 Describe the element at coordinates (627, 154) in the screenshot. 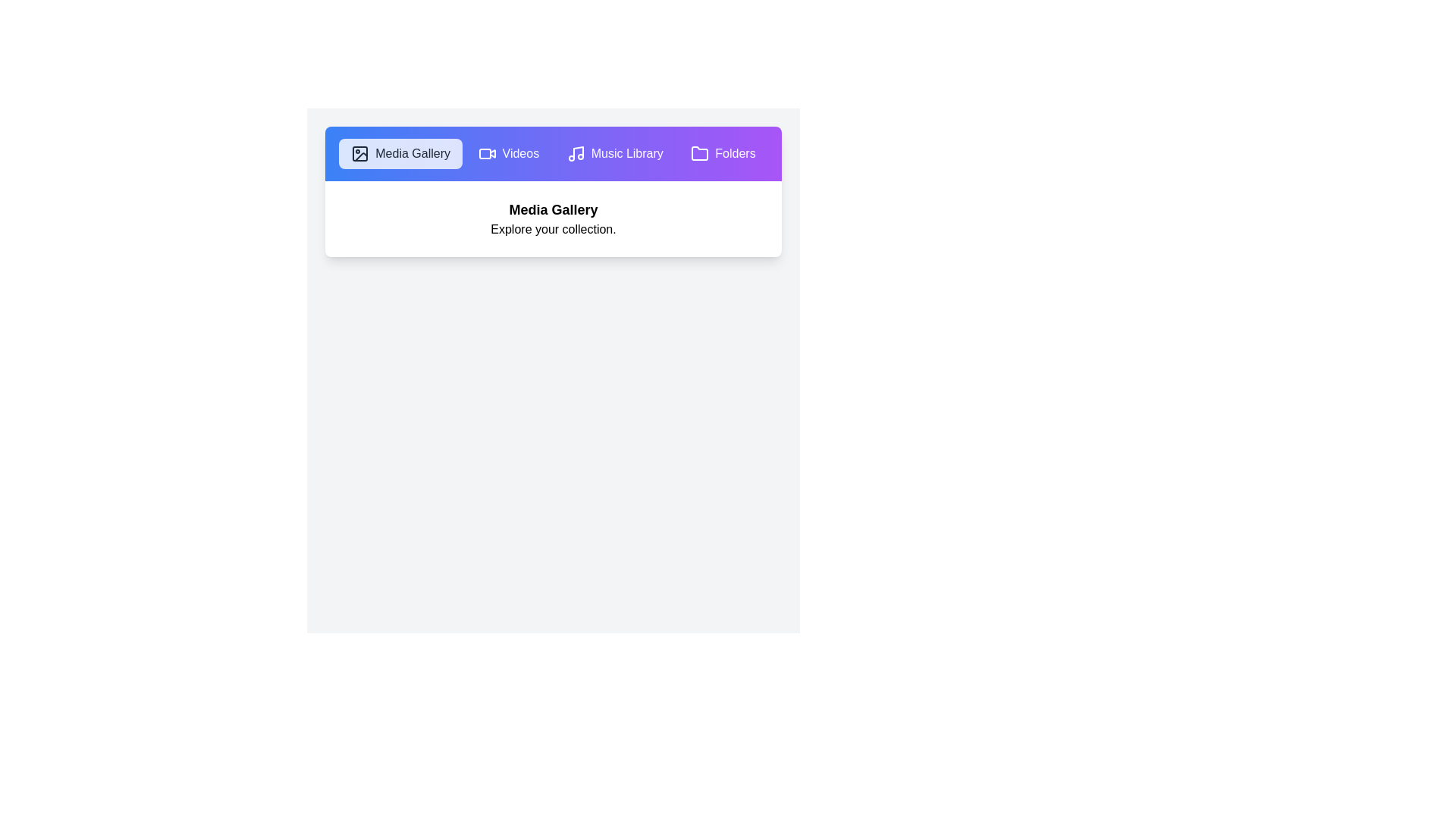

I see `text label within the button that indicates 'Music Library', located in the horizontal navigation bar, third from the left` at that location.